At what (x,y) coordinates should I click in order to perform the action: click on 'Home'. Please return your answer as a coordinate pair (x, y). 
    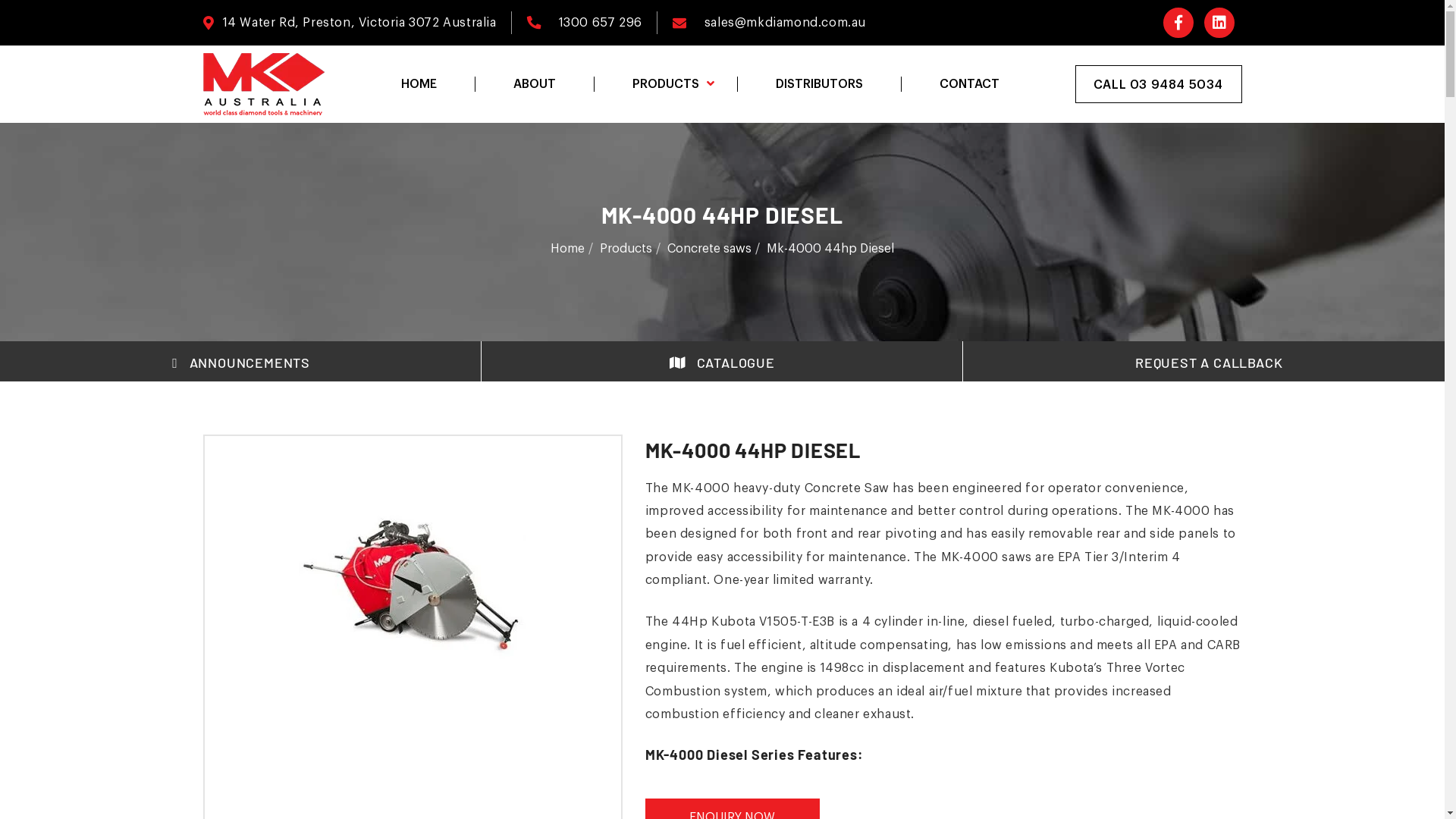
    Looking at the image, I should click on (549, 247).